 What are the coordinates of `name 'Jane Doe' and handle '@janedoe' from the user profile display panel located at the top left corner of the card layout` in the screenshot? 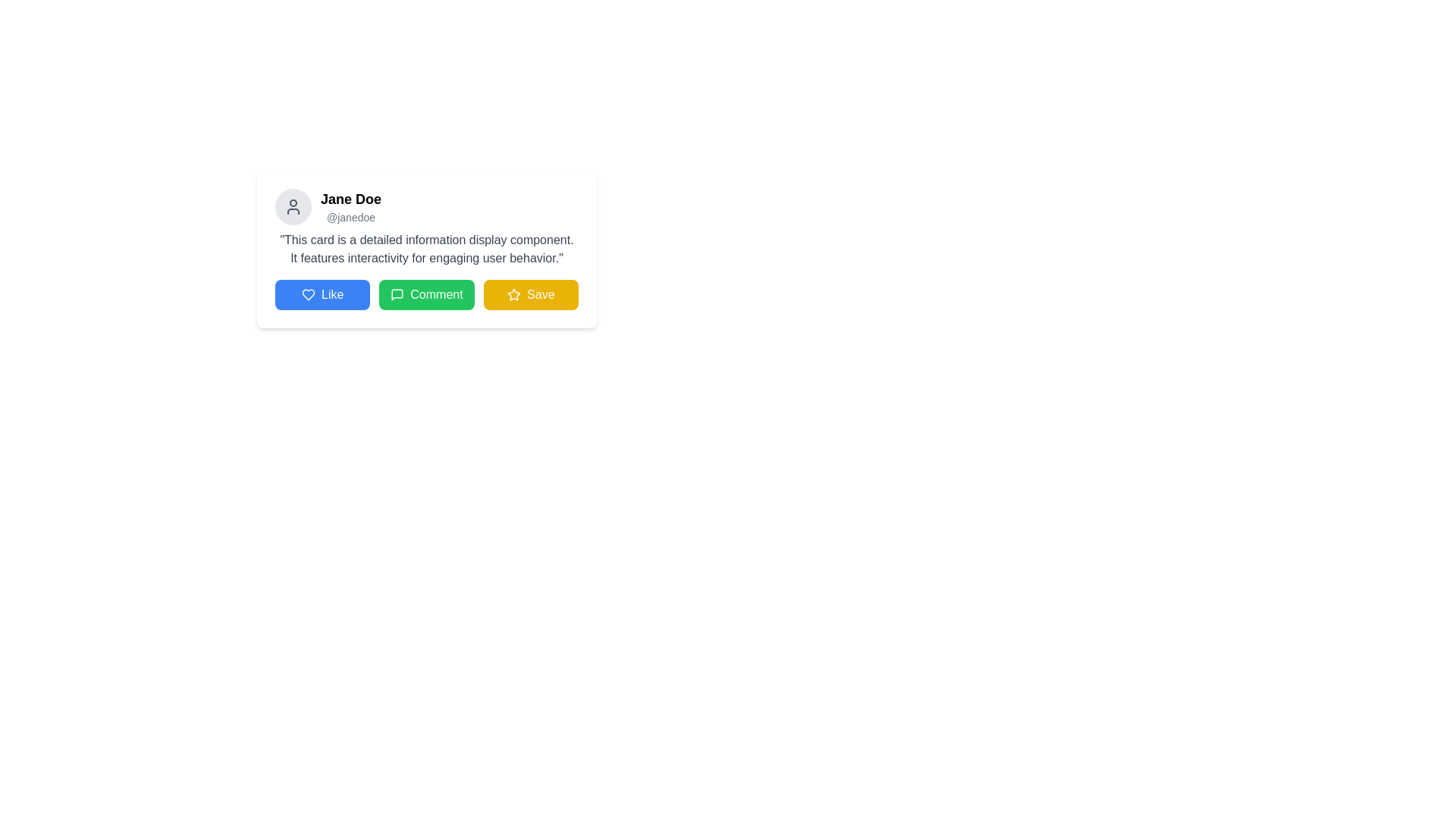 It's located at (425, 207).